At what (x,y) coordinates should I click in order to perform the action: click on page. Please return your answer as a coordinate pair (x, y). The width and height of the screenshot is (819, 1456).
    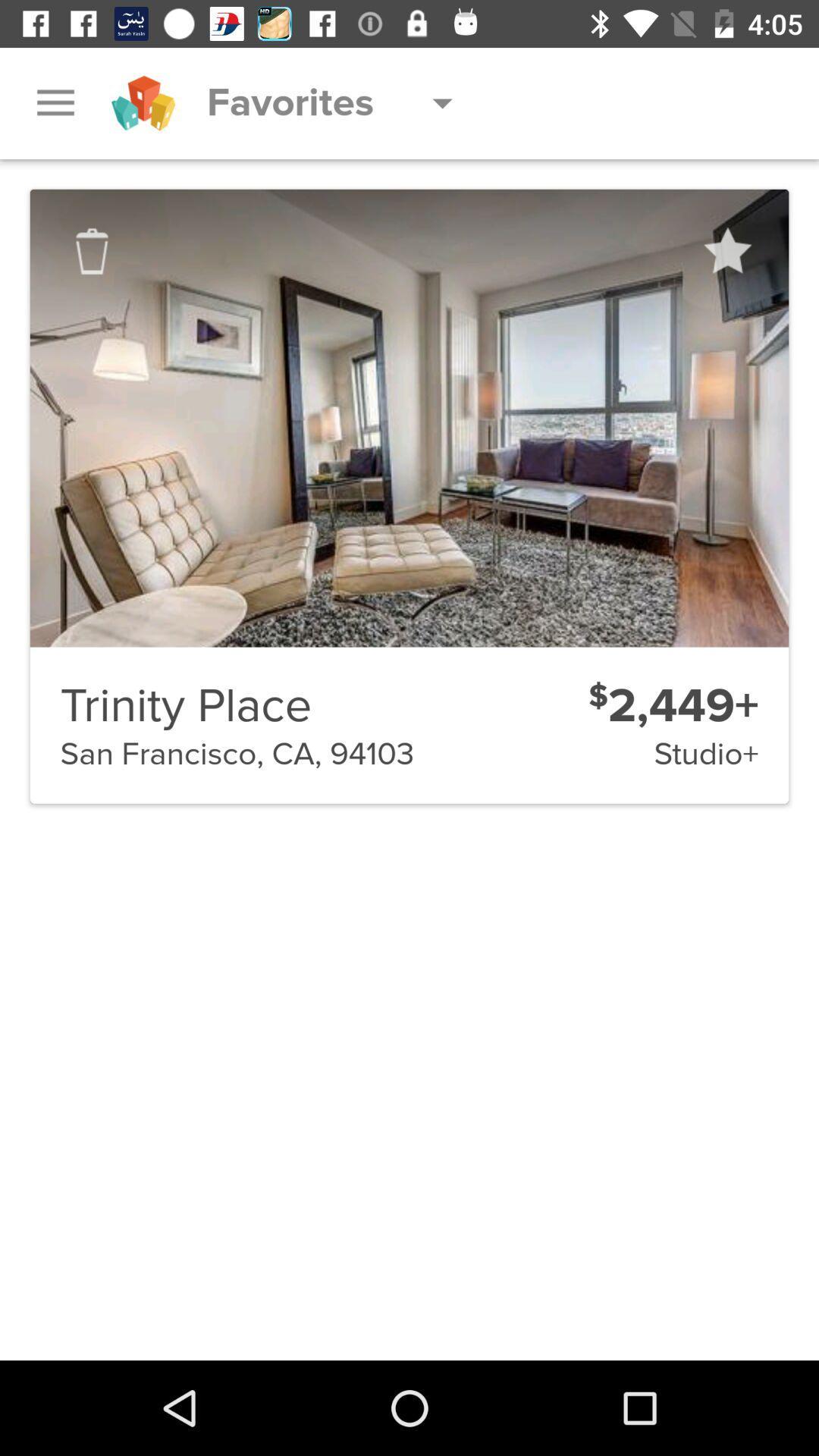
    Looking at the image, I should click on (726, 251).